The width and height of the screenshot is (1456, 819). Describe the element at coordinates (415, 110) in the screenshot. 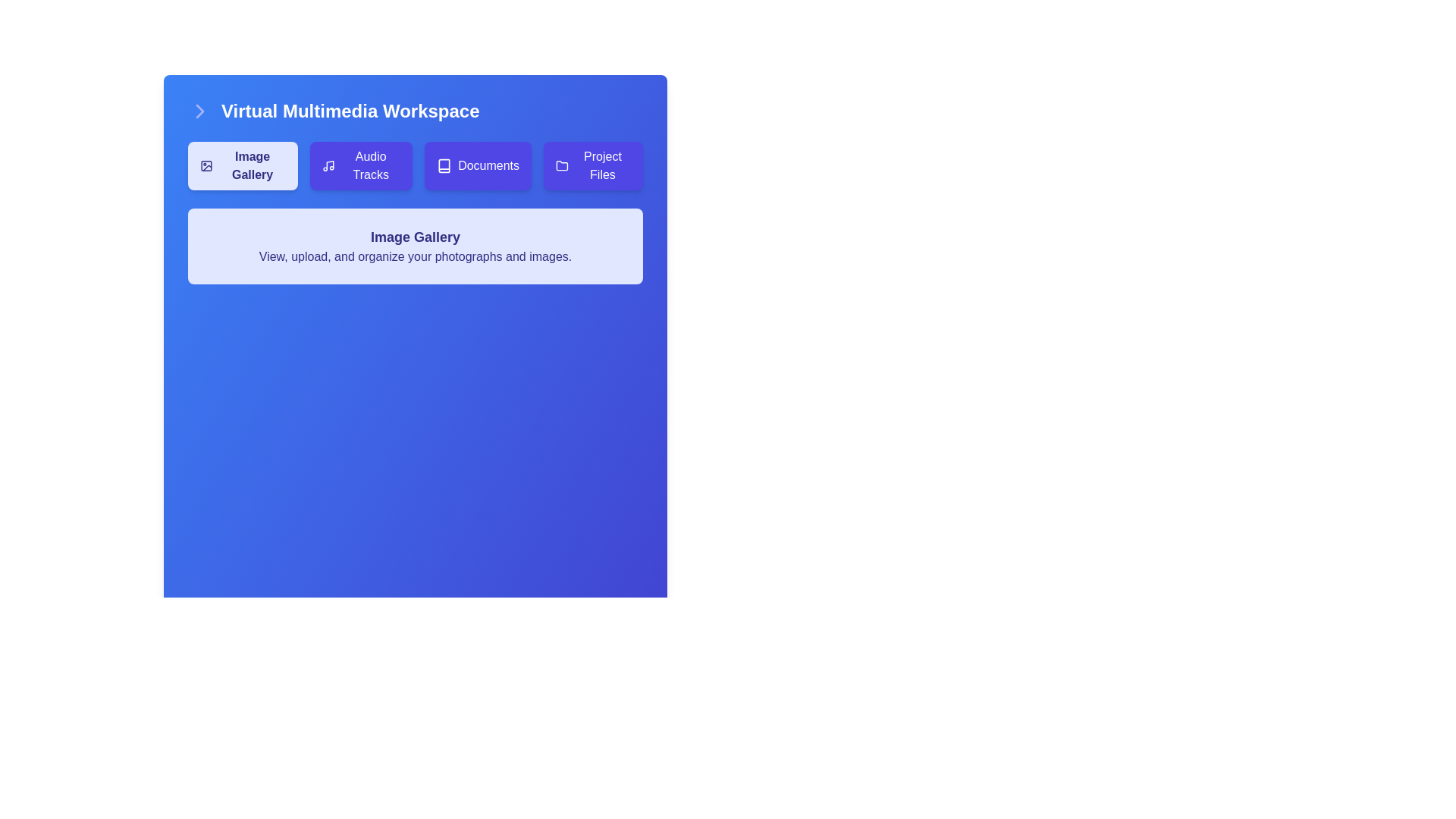

I see `the centrally aligned heading or title at the top of the panel that indicates the section's main focus` at that location.